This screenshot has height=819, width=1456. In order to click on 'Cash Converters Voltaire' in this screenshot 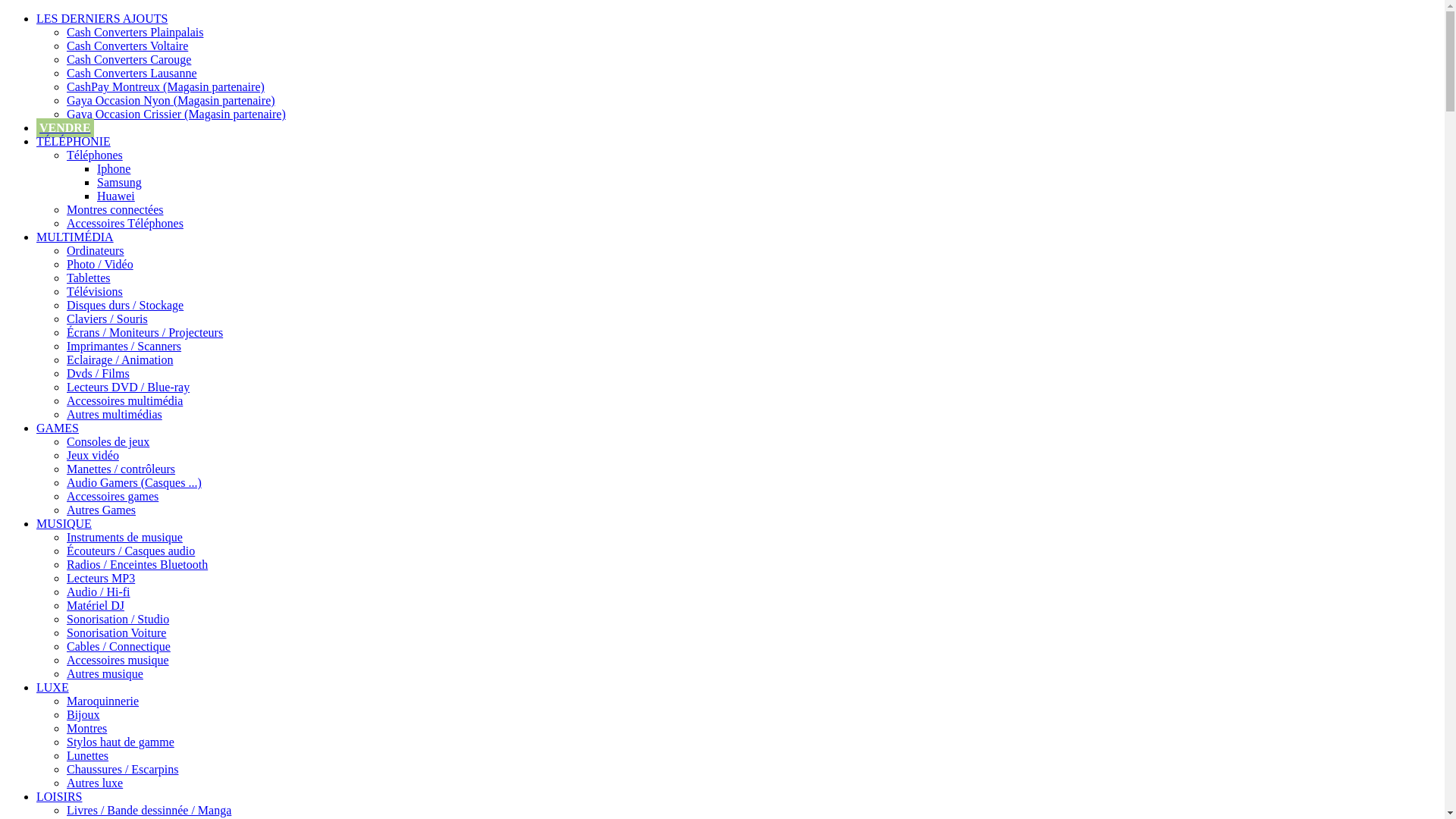, I will do `click(127, 45)`.